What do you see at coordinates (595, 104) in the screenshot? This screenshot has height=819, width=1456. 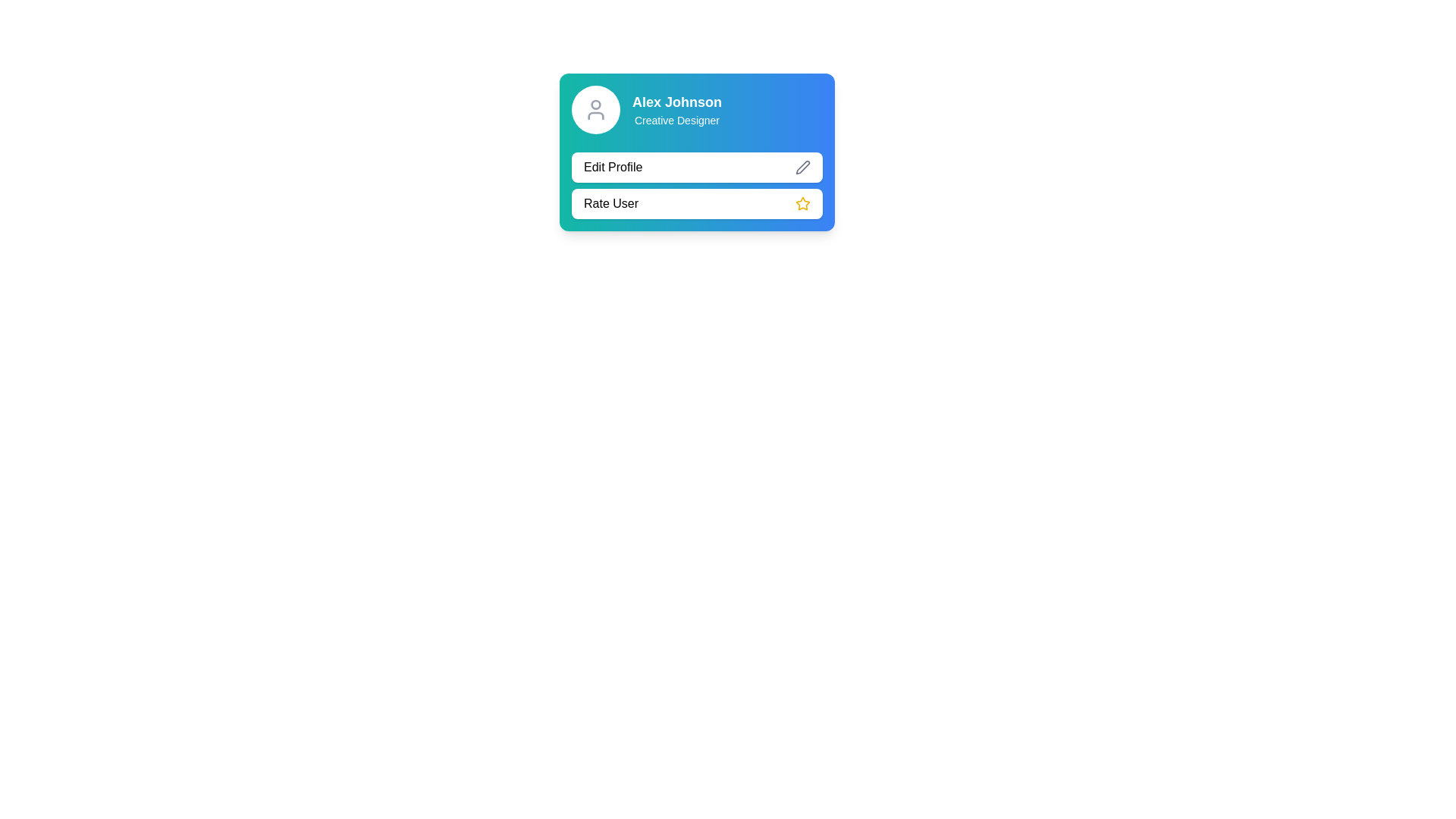 I see `the Graphical Icon Component that visually represents an aspect of the user avatar within the profile section, located above the name 'Alex Johnson'` at bounding box center [595, 104].